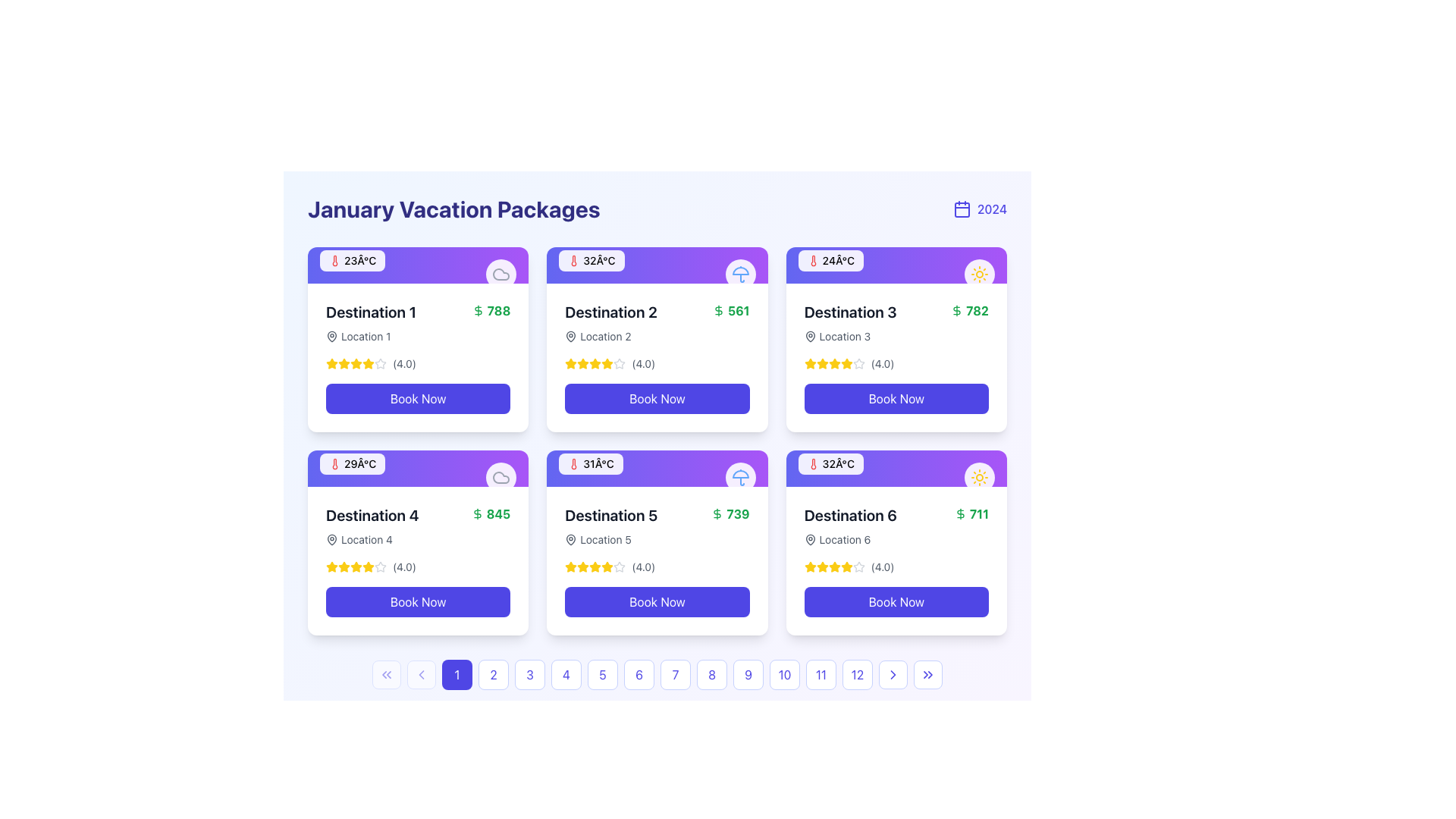 The height and width of the screenshot is (819, 1456). Describe the element at coordinates (372, 539) in the screenshot. I see `the 'Location 4' text with pin icon located in the 'Destination 4' card, which is positioned in the second row and first column of the grid layout` at that location.